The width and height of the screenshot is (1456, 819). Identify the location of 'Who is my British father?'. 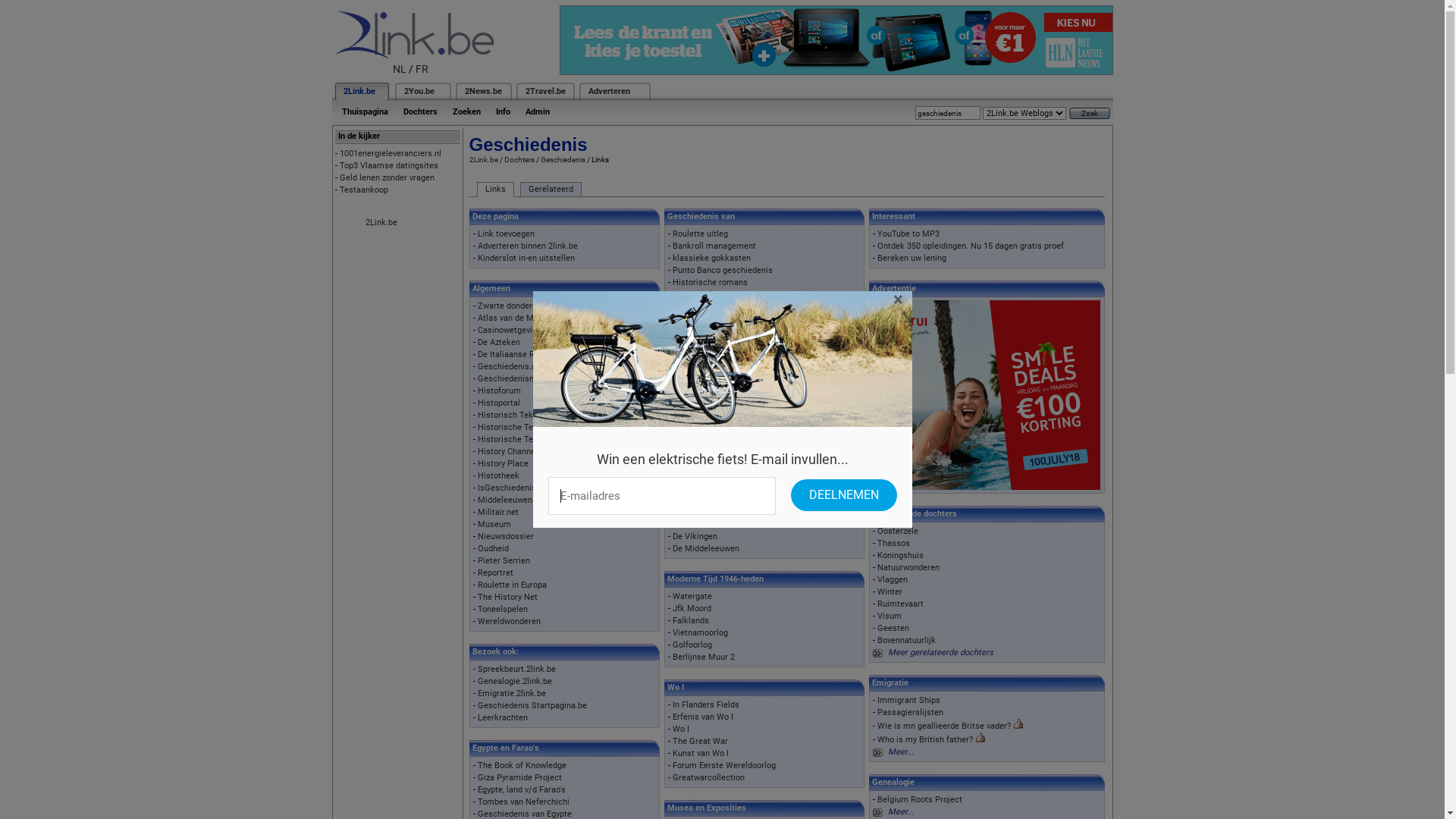
(924, 739).